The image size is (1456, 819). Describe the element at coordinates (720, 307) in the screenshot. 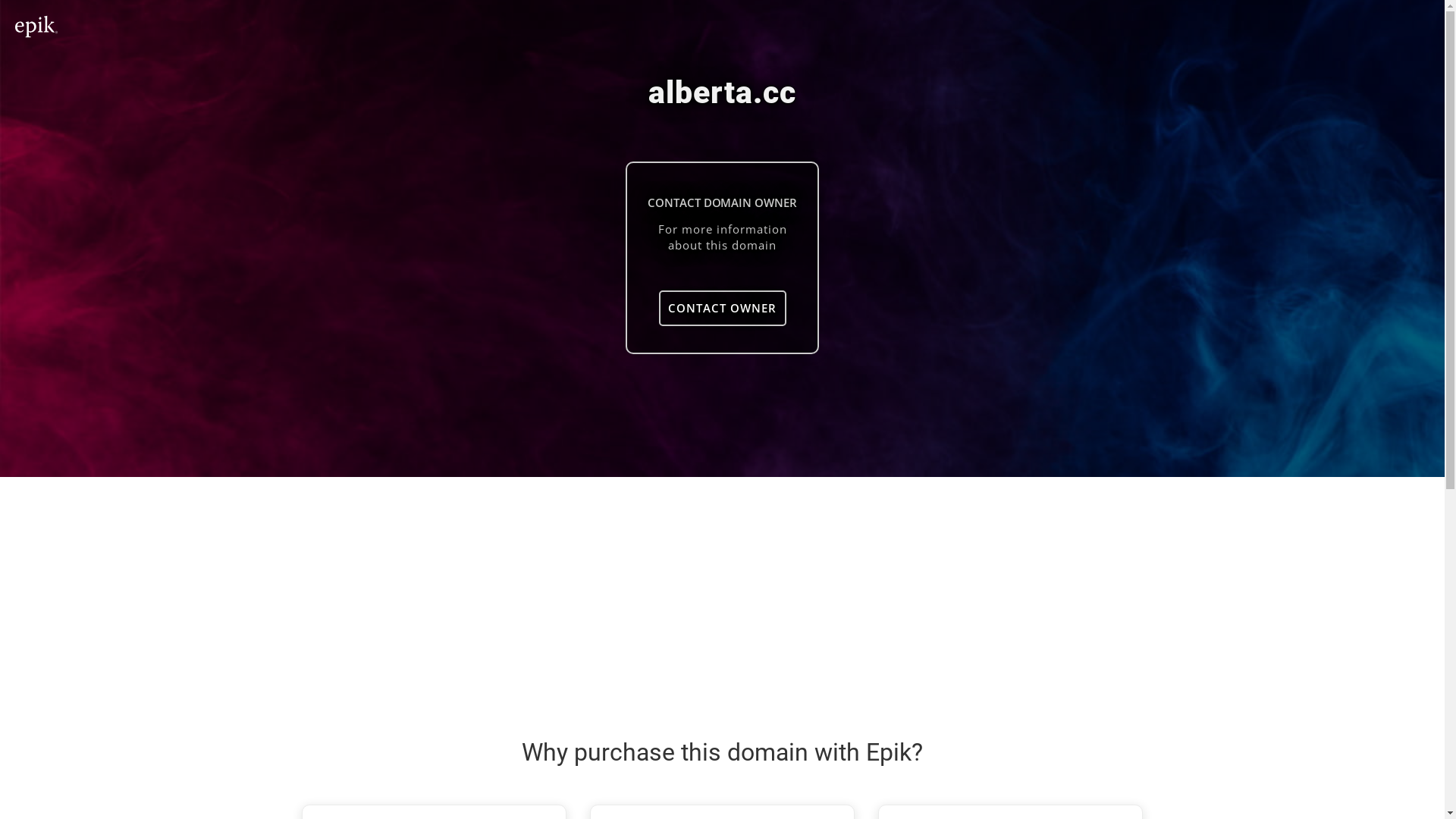

I see `'CONTACT OWNER'` at that location.